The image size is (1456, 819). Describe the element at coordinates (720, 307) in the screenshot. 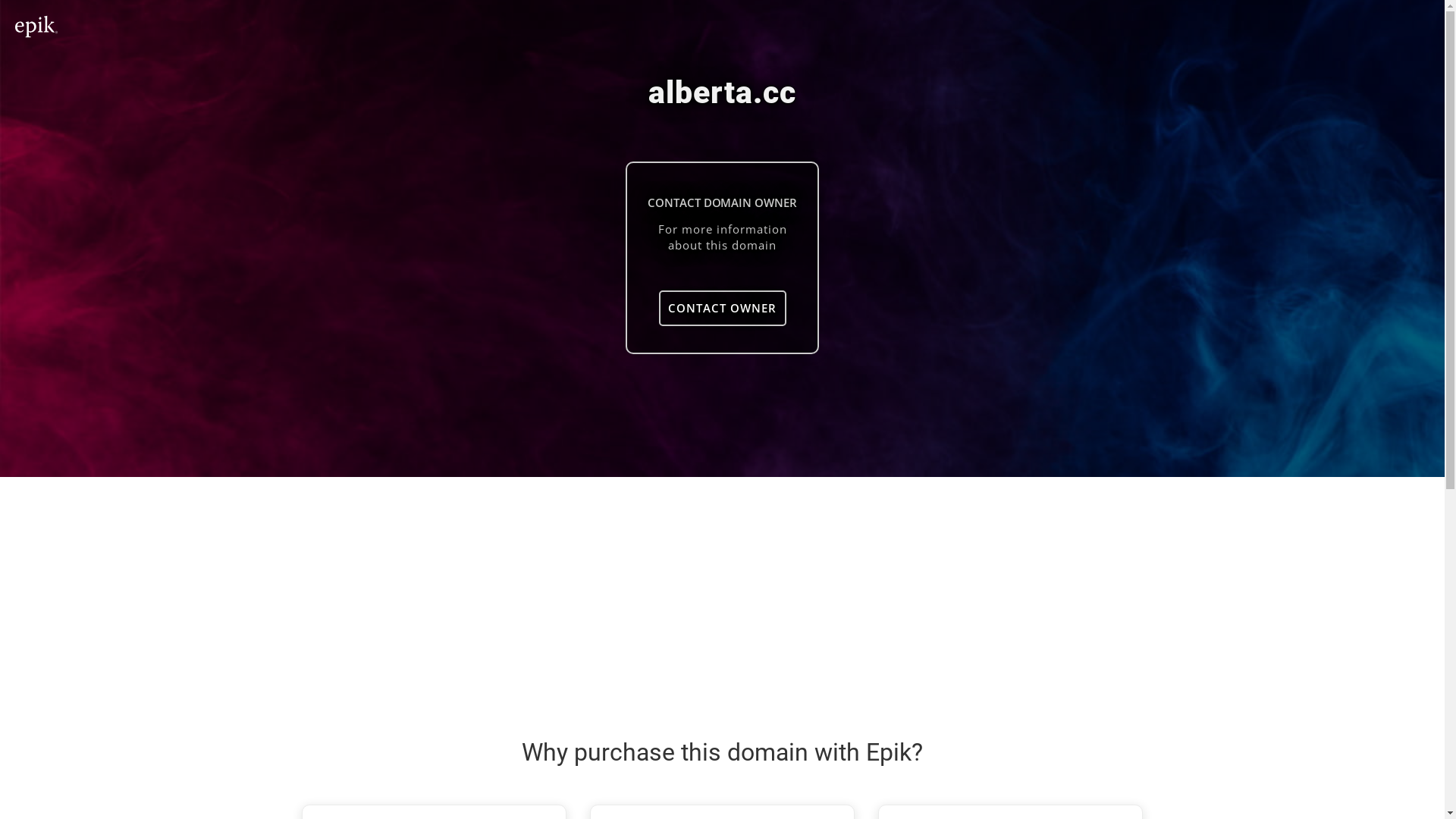

I see `'CONTACT OWNER'` at that location.